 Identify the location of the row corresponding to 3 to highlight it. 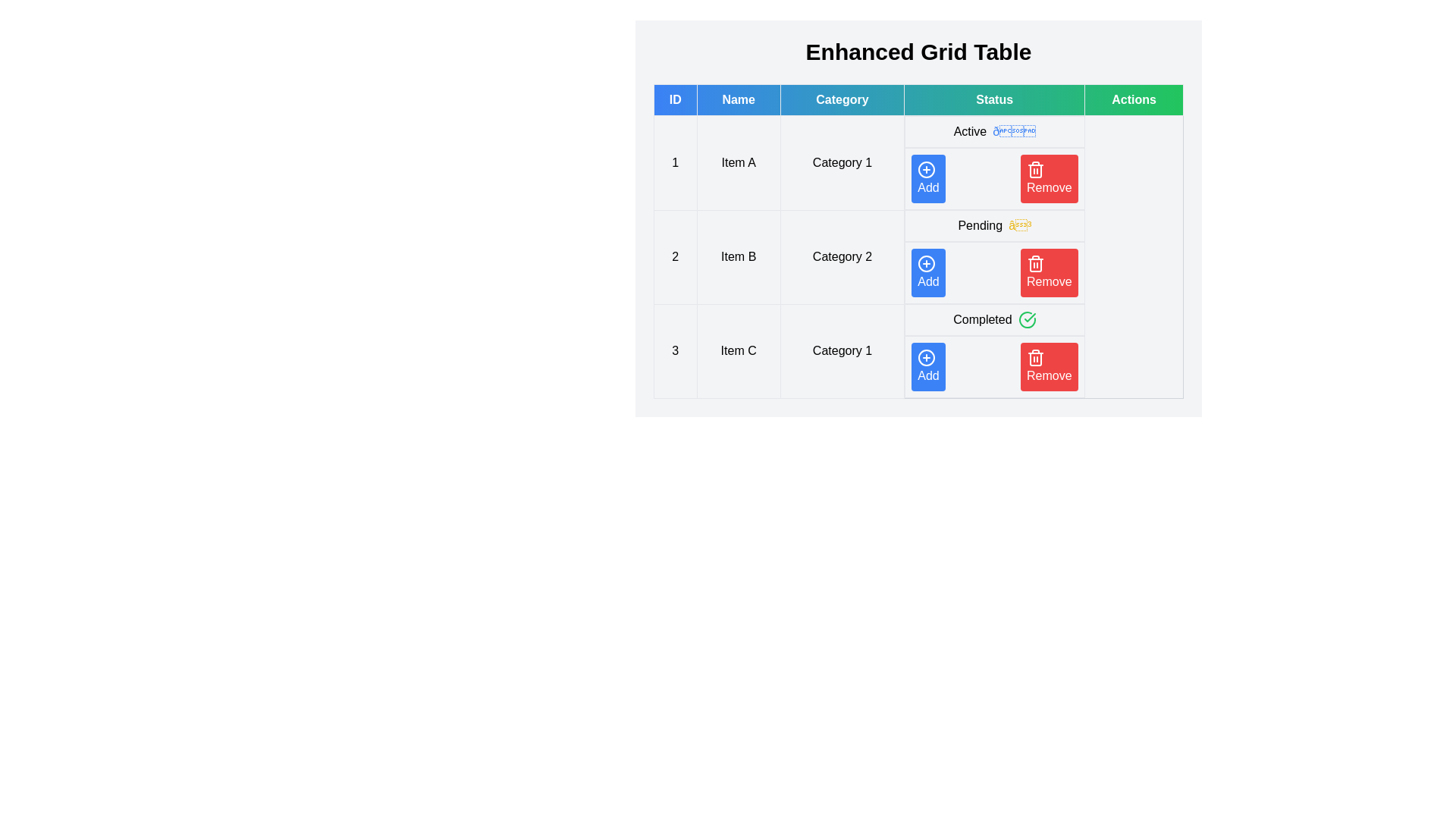
(918, 351).